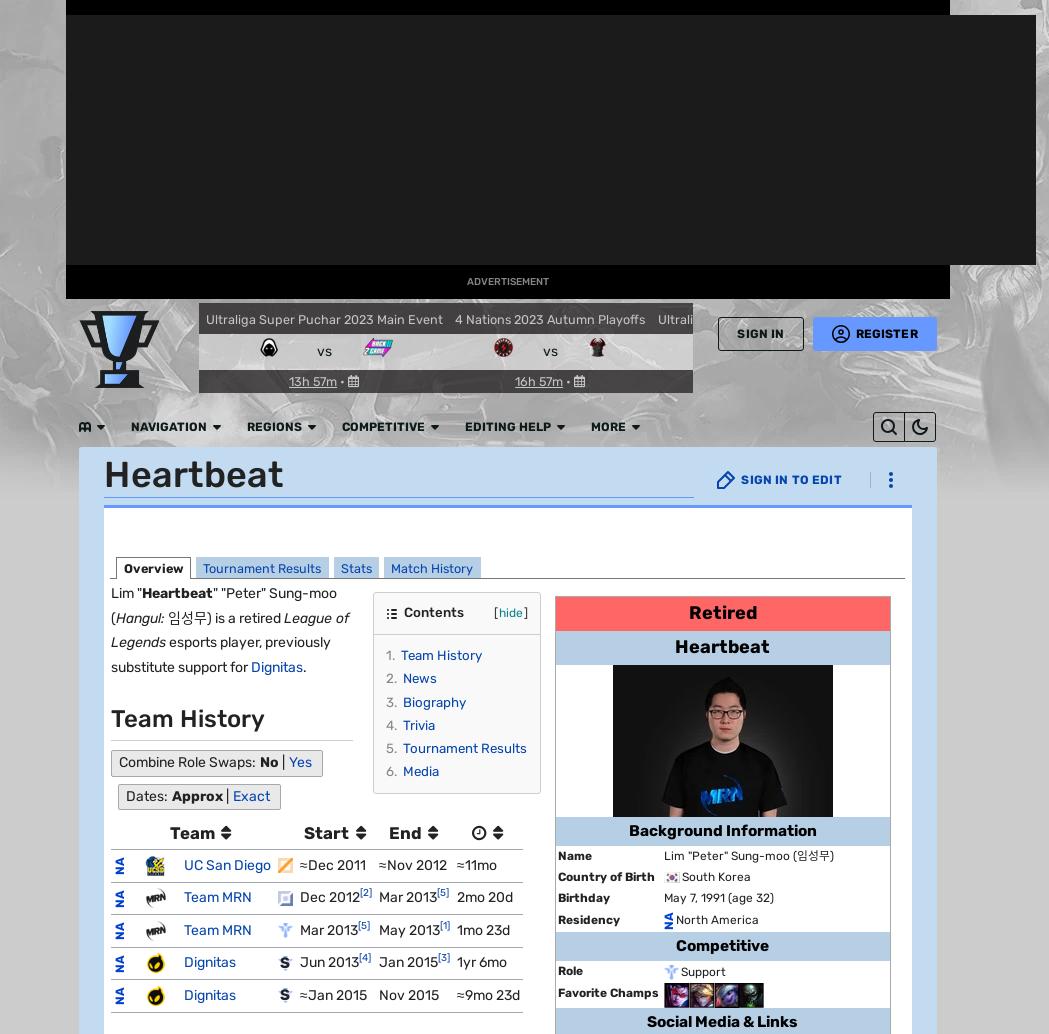 Image resolution: width=1049 pixels, height=1034 pixels. What do you see at coordinates (165, 389) in the screenshot?
I see `'⧼timeago-minute⧽'` at bounding box center [165, 389].